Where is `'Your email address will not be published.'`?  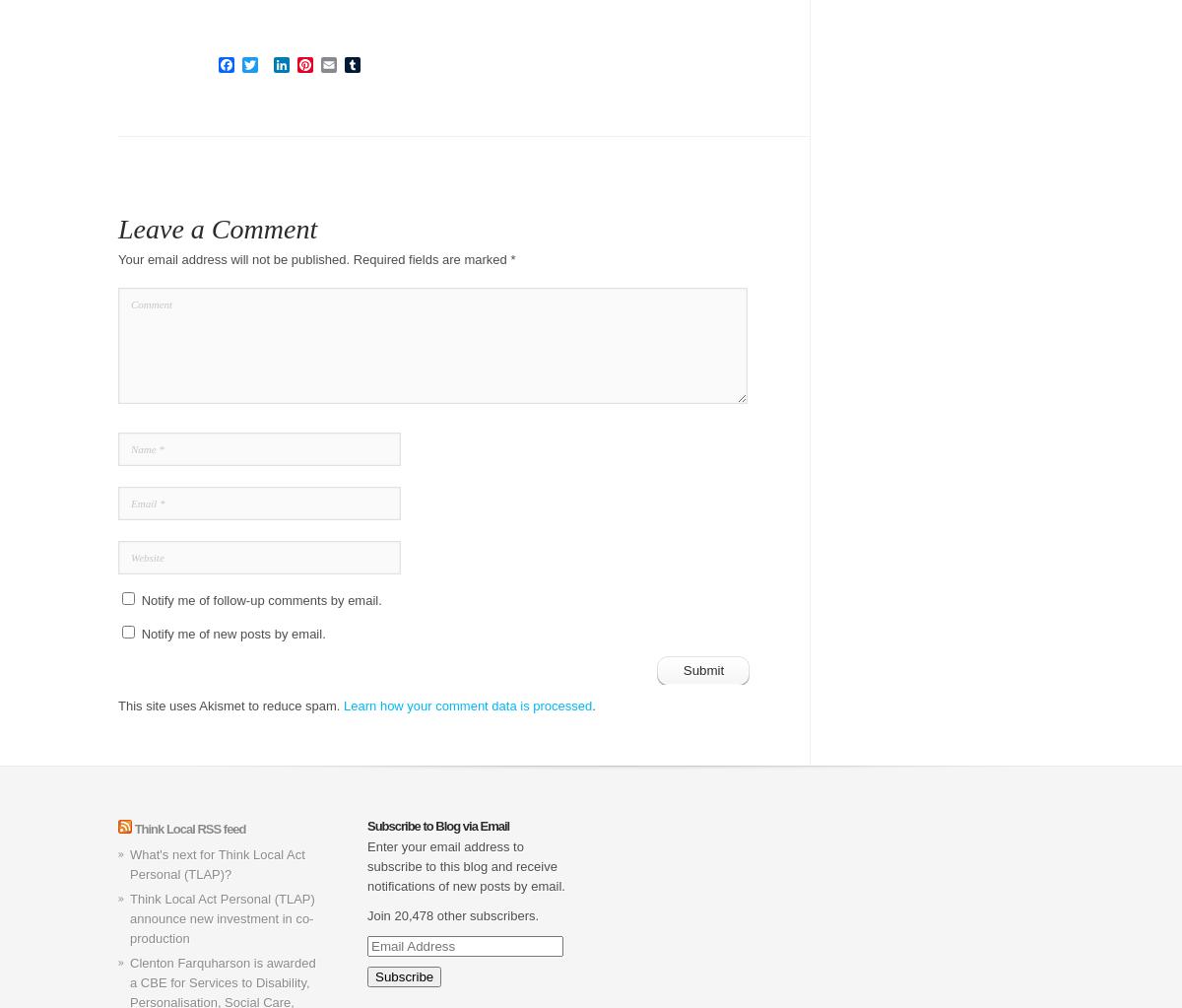 'Your email address will not be published.' is located at coordinates (118, 259).